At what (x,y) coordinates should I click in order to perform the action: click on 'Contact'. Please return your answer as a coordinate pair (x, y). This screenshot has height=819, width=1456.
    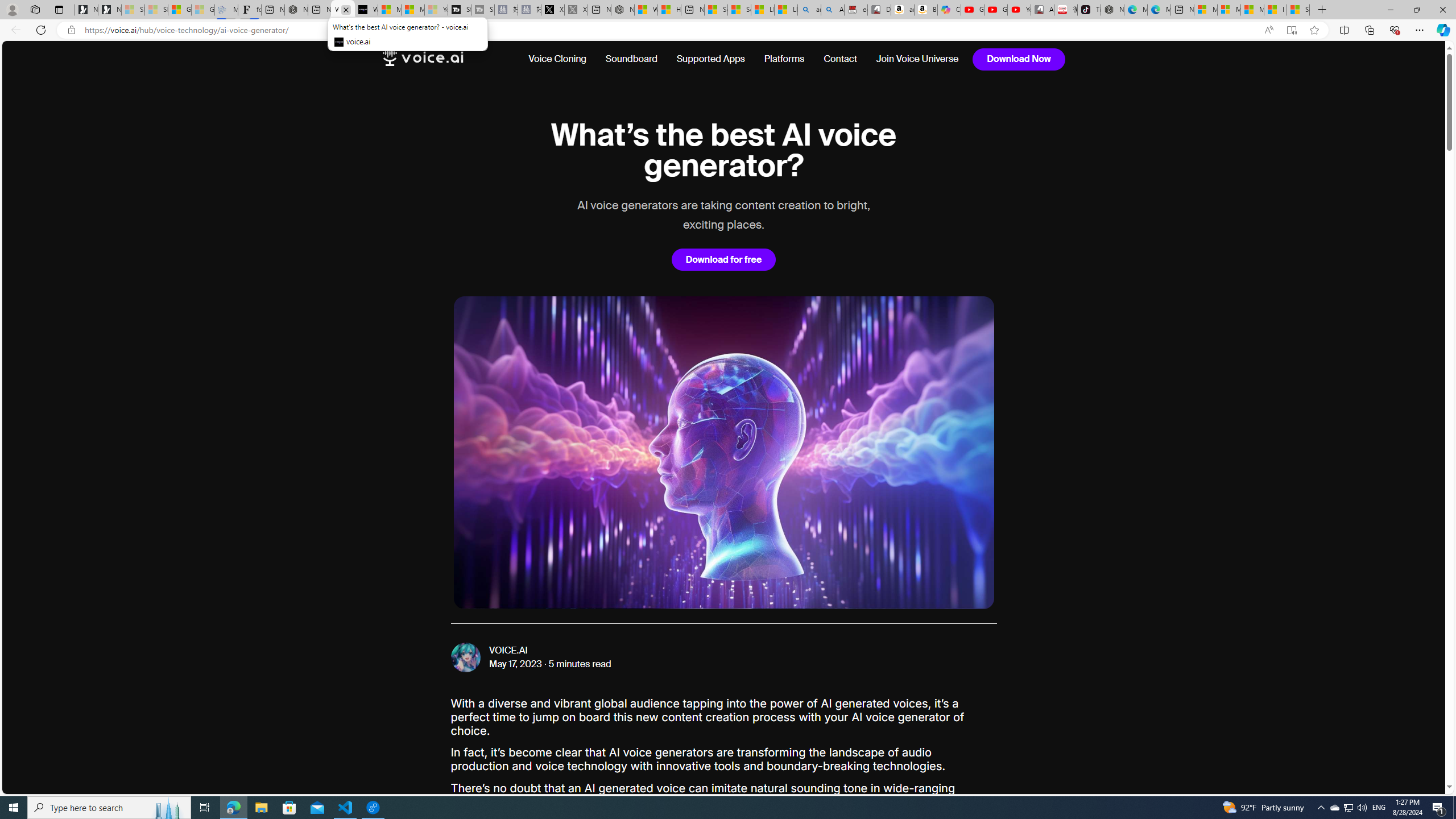
    Looking at the image, I should click on (840, 59).